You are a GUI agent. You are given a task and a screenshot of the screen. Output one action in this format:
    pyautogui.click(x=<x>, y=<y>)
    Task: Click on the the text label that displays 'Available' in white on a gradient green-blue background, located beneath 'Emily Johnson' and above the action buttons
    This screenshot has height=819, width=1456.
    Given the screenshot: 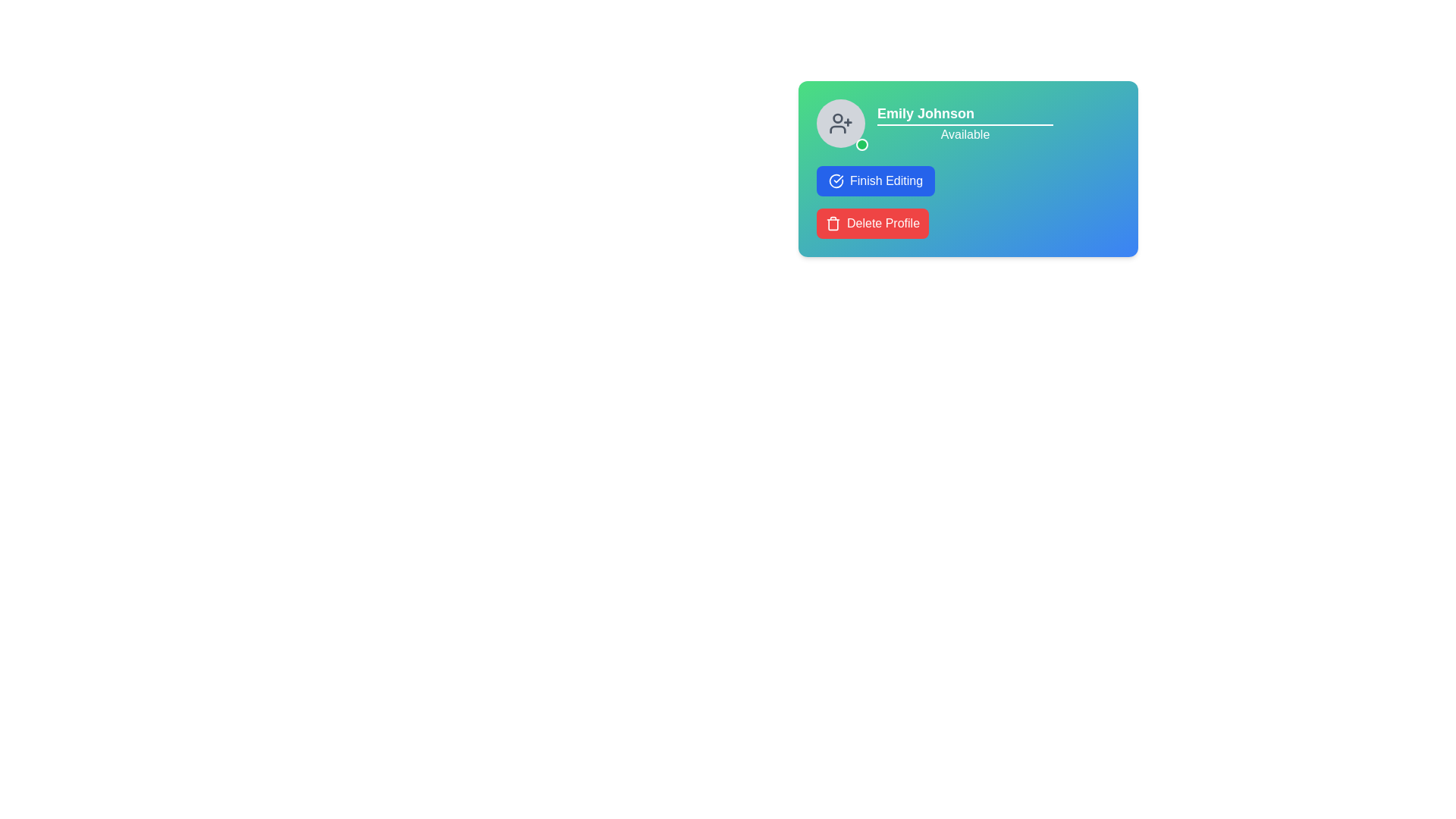 What is the action you would take?
    pyautogui.click(x=964, y=133)
    